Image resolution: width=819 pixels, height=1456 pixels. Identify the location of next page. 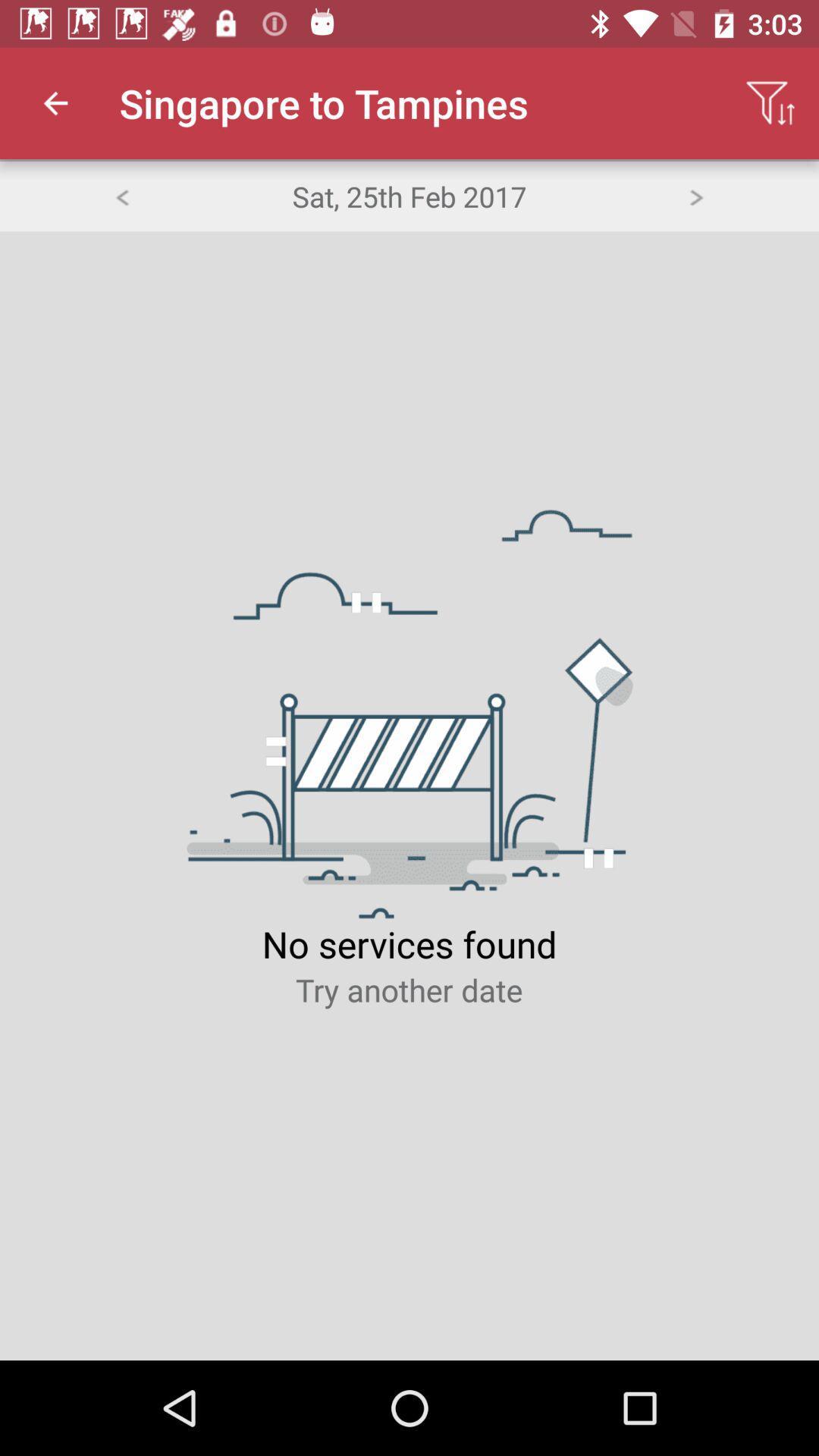
(696, 195).